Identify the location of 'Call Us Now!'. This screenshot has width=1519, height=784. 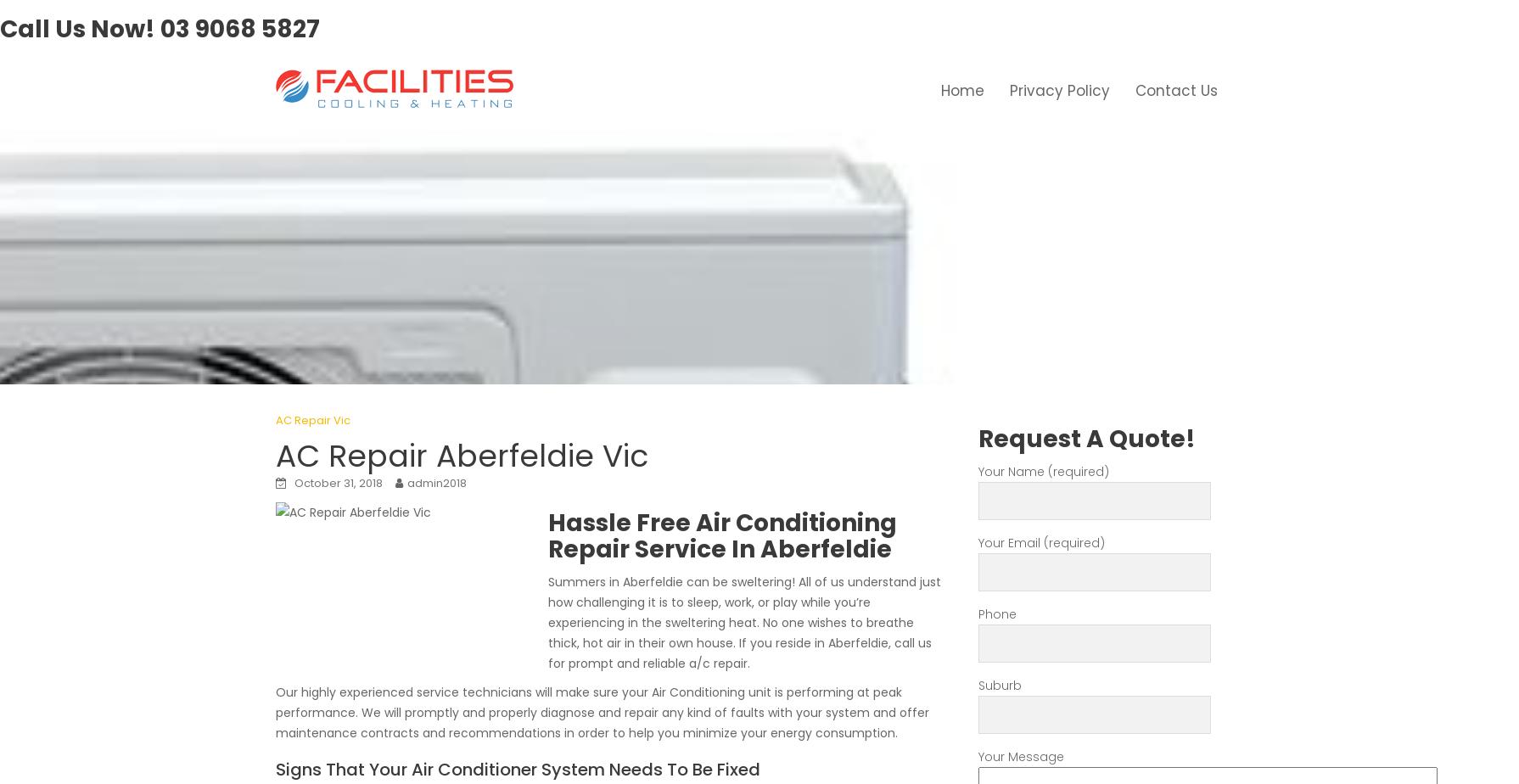
(80, 29).